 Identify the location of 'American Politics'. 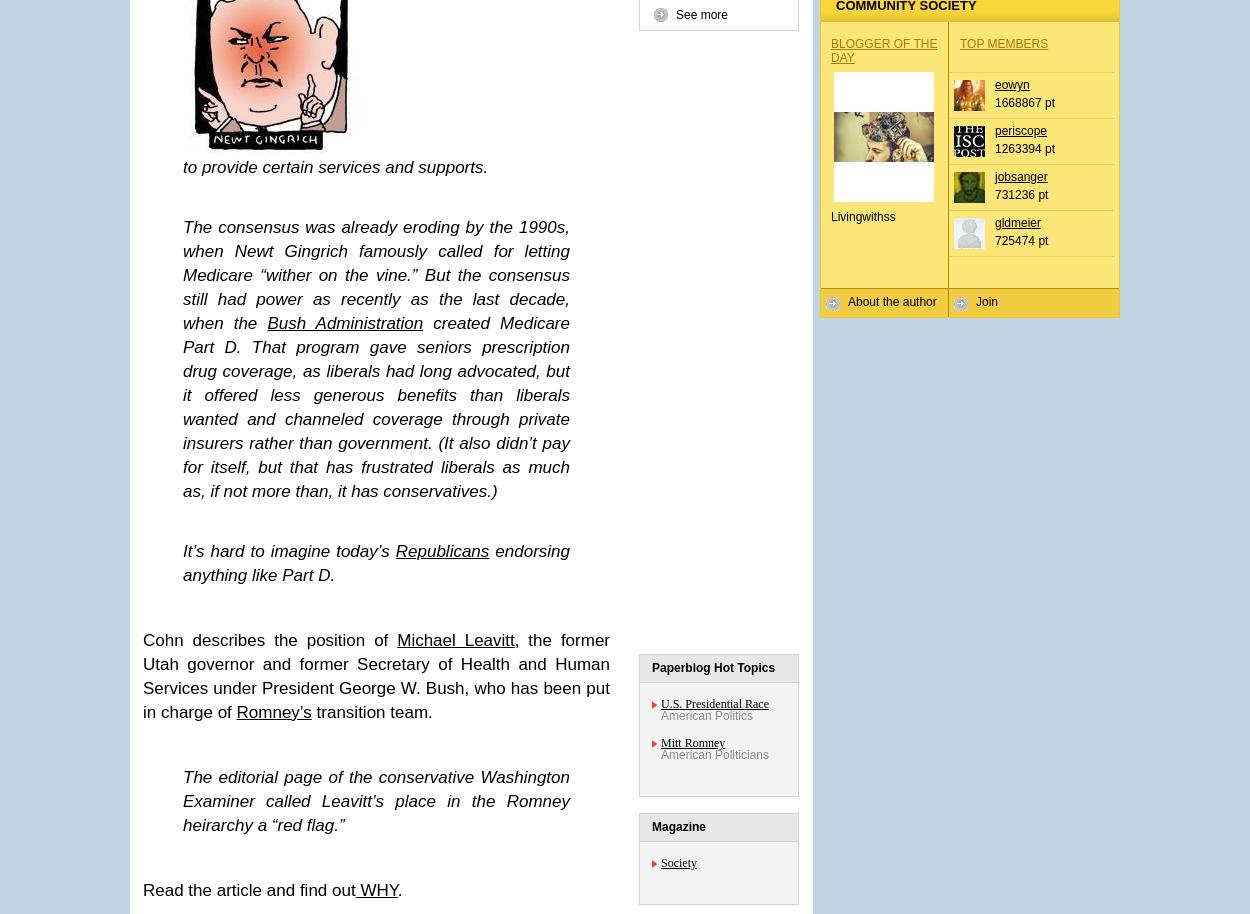
(706, 715).